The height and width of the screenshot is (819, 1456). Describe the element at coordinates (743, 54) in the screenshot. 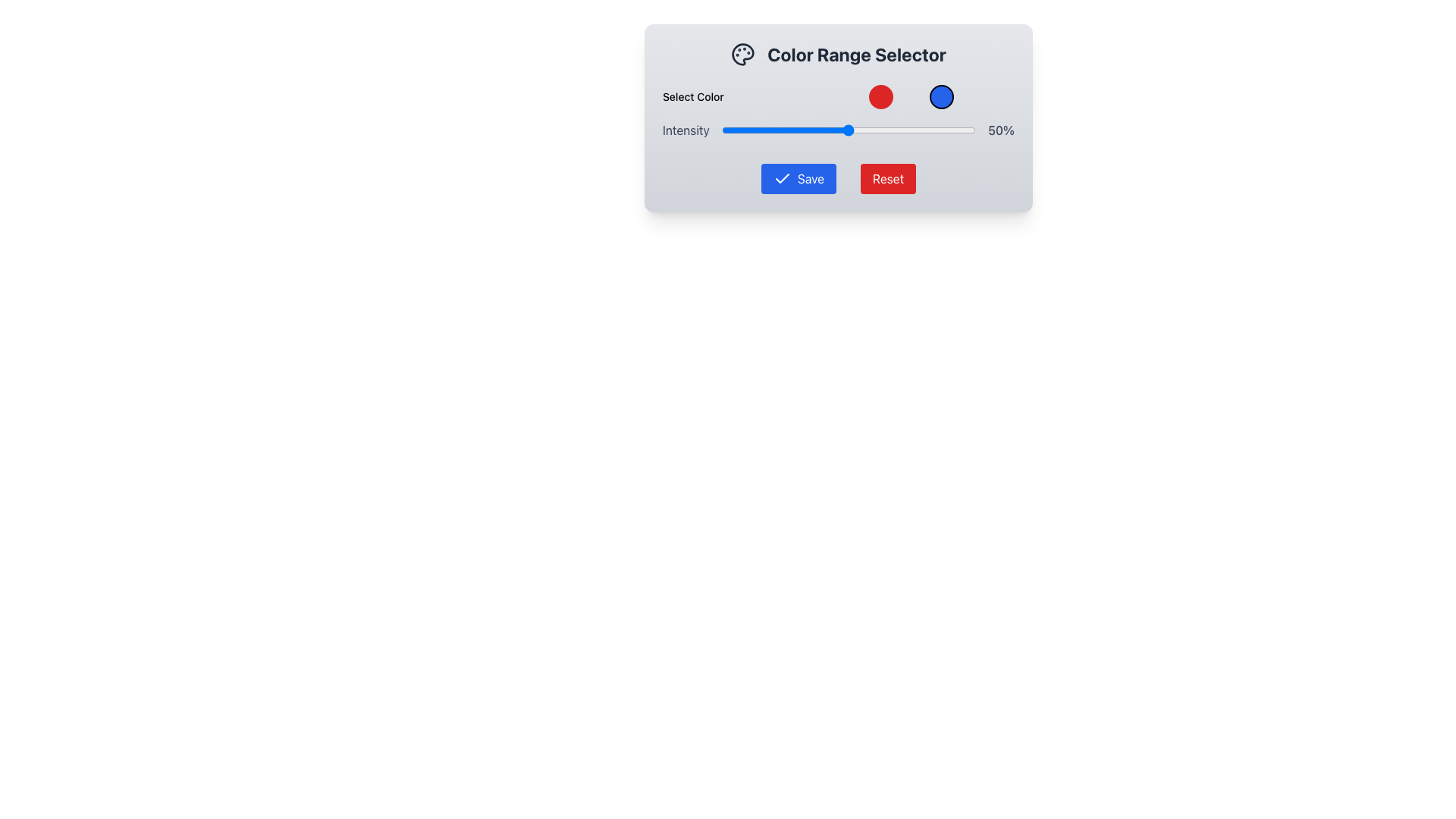

I see `the vector graphic that represents the main curved body of the palette within the Color Range Selector component's SVG icon` at that location.